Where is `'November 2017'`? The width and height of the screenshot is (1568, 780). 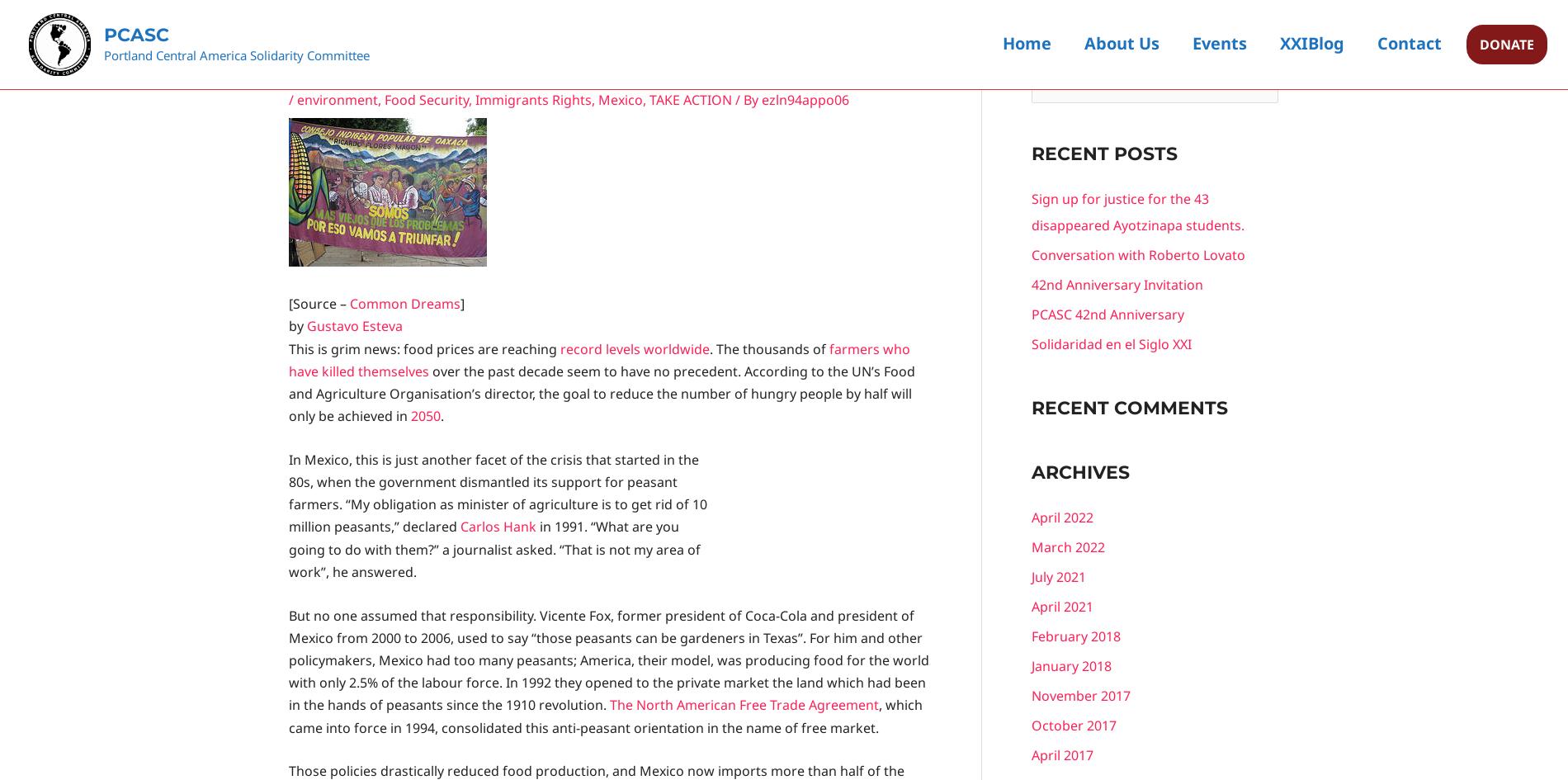 'November 2017' is located at coordinates (1080, 694).